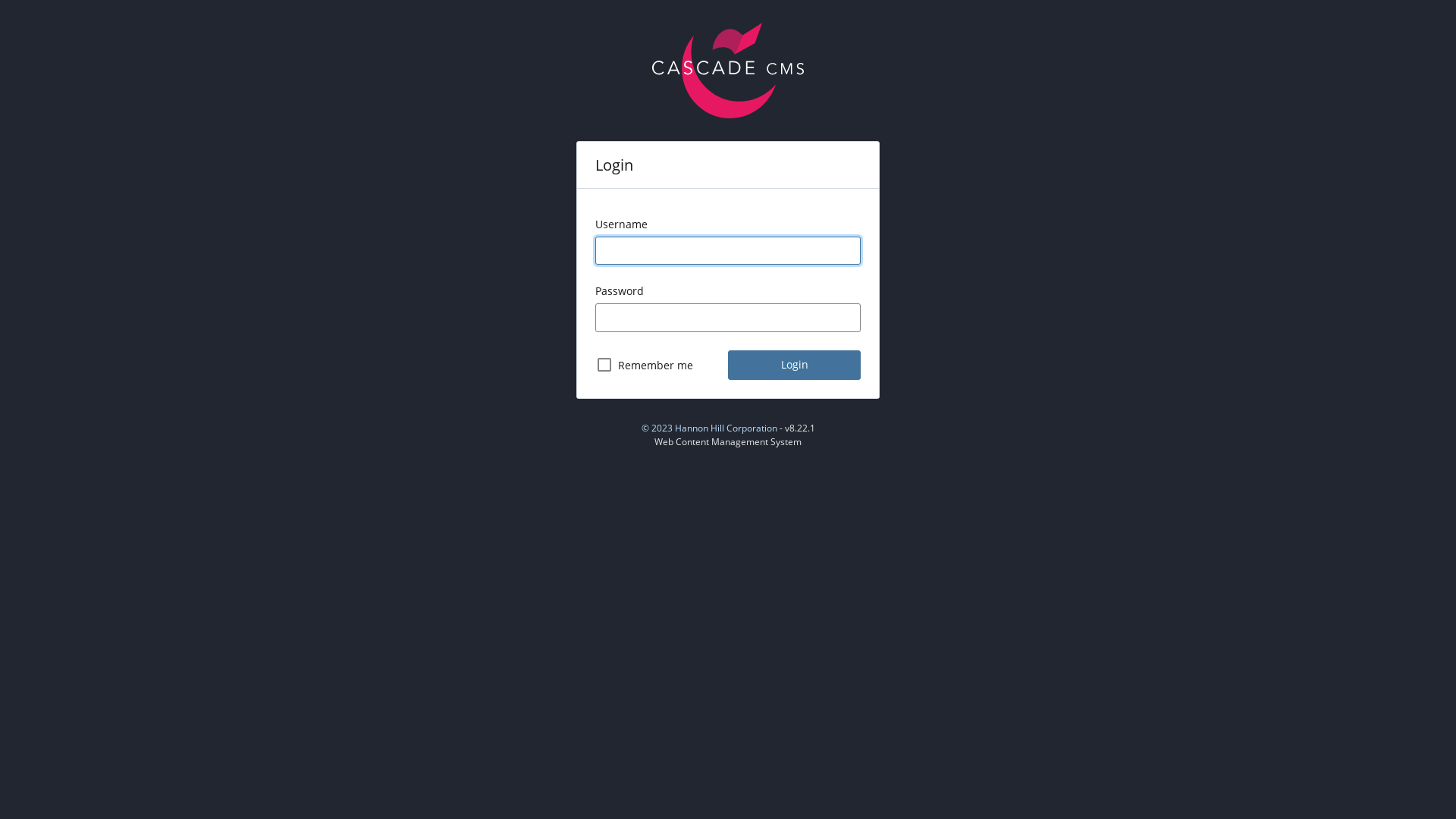 The image size is (1456, 819). What do you see at coordinates (793, 365) in the screenshot?
I see `'Login'` at bounding box center [793, 365].